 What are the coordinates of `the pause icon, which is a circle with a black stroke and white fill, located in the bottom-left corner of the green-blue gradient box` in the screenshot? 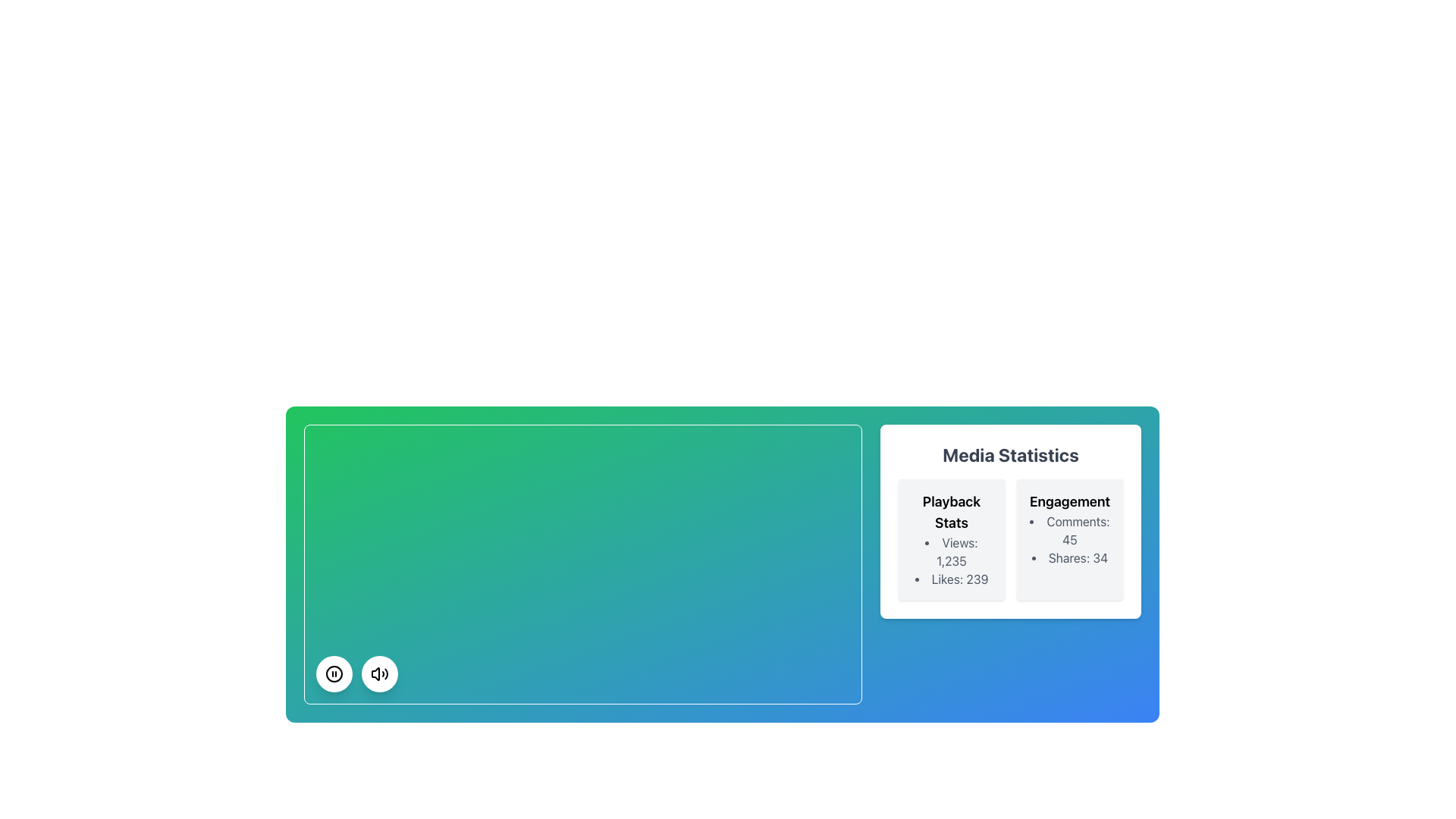 It's located at (334, 673).